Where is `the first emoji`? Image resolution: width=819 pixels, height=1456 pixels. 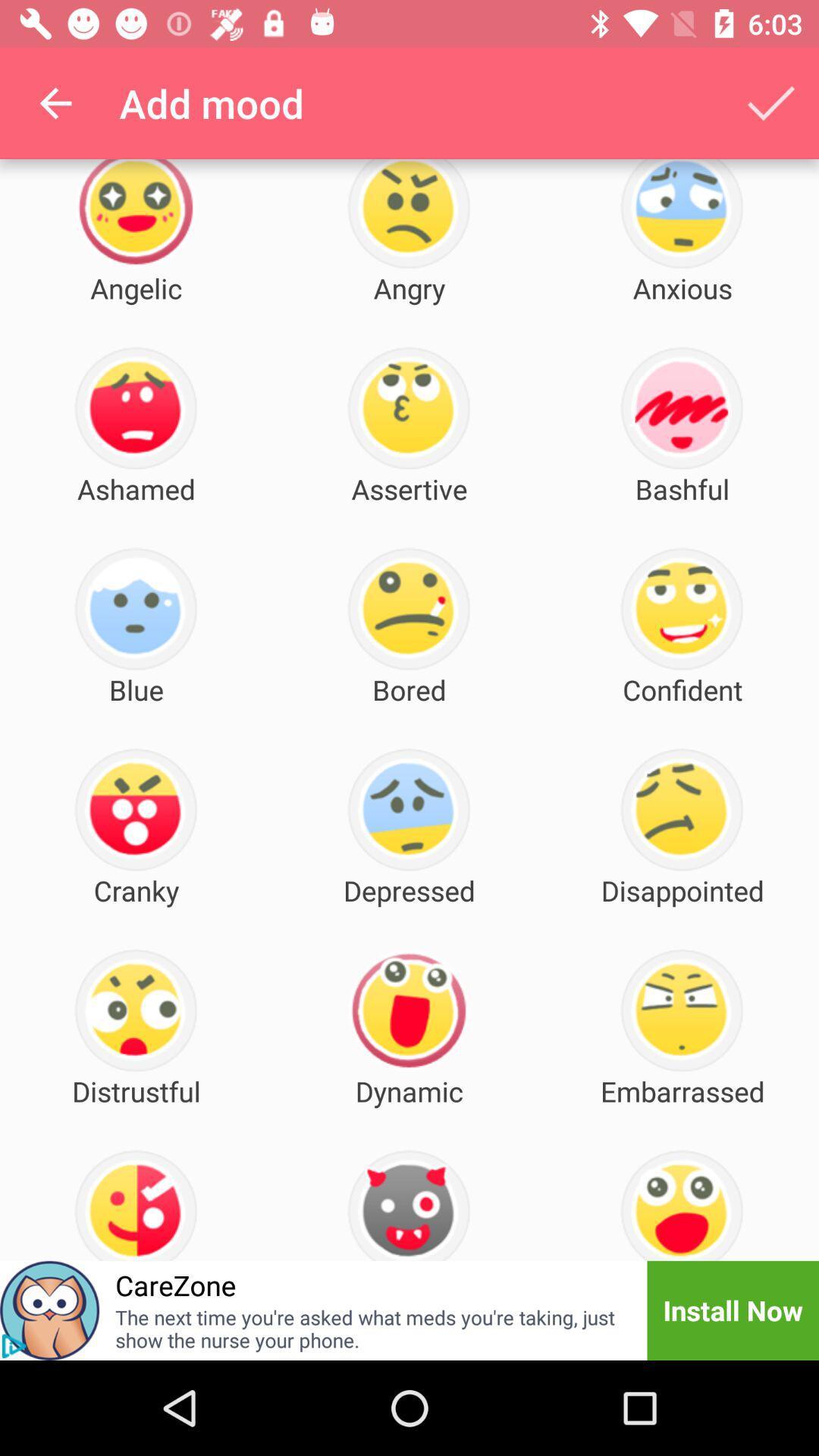 the first emoji is located at coordinates (135, 214).